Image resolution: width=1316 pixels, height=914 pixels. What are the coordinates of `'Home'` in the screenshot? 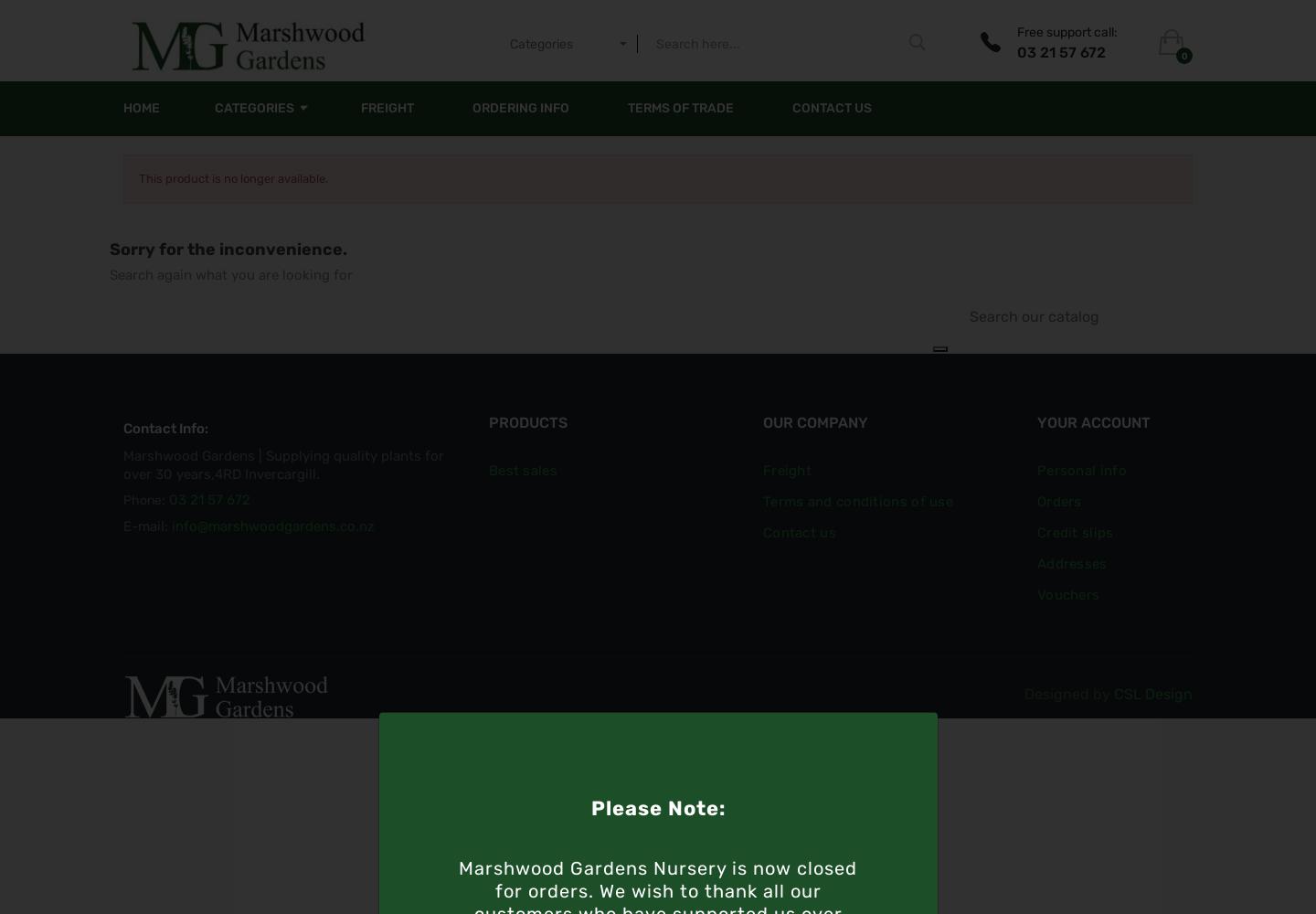 It's located at (140, 106).